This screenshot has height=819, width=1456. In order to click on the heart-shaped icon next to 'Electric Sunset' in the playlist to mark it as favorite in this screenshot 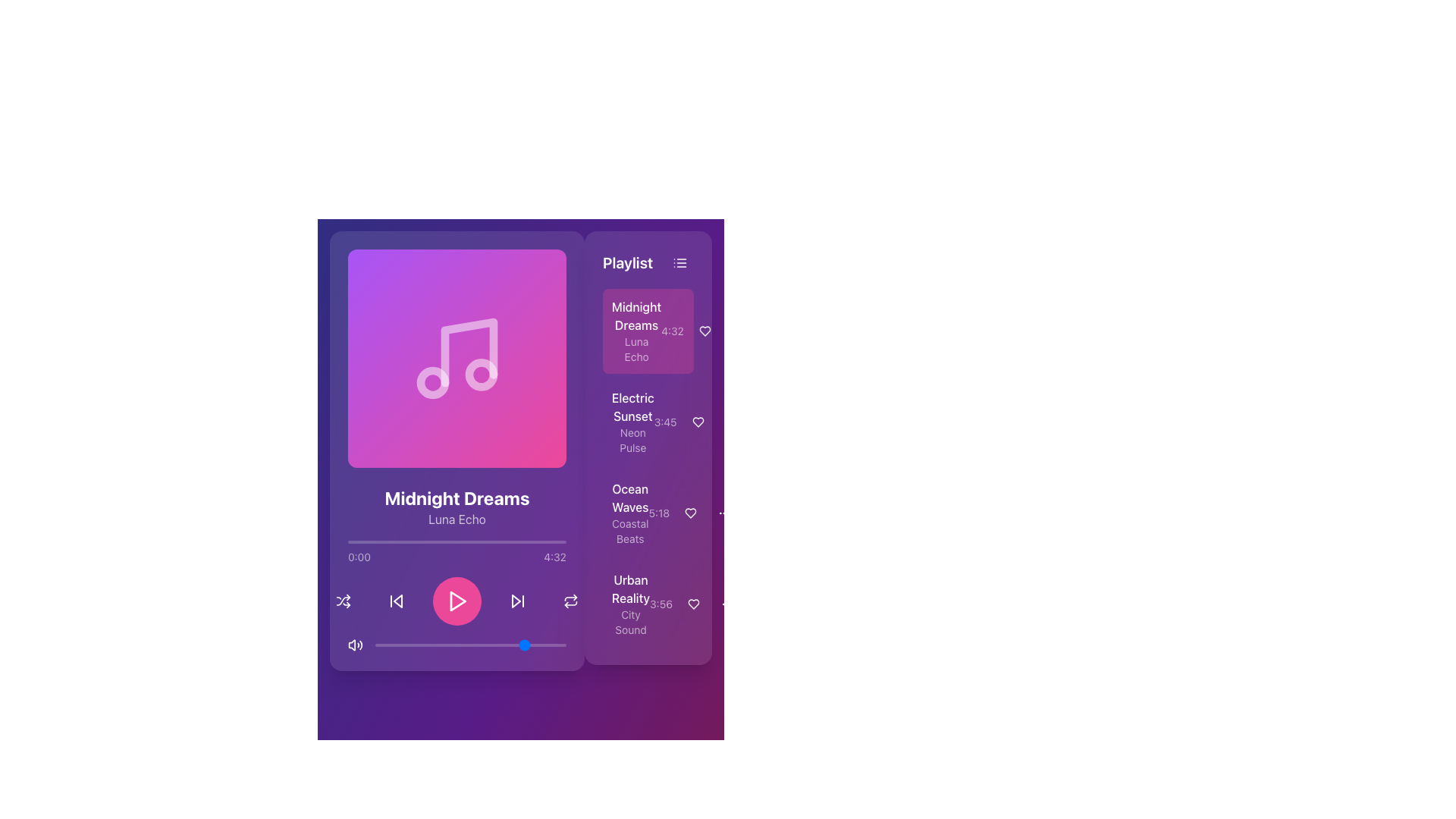, I will do `click(697, 422)`.